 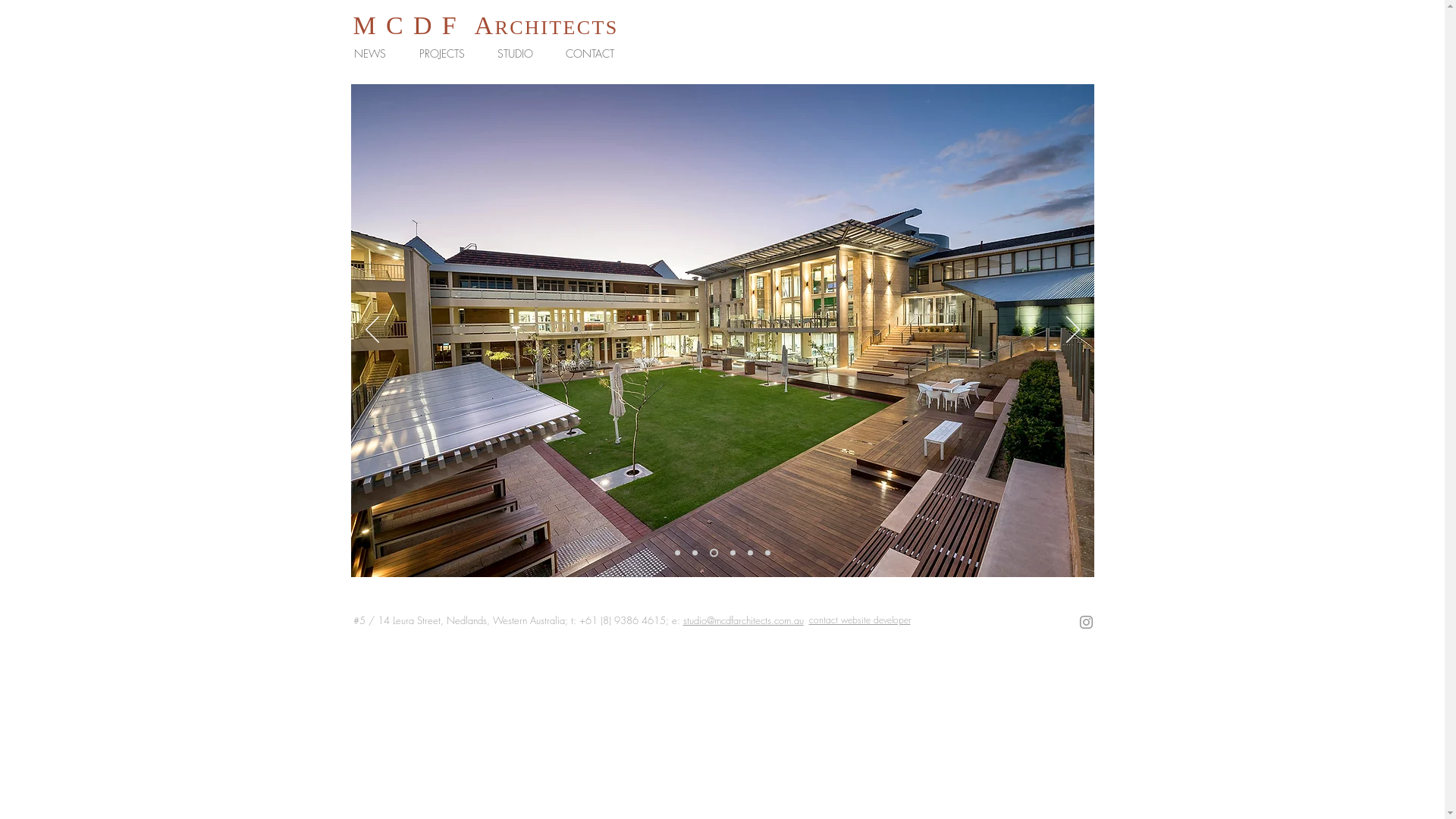 What do you see at coordinates (407, 52) in the screenshot?
I see `'PROJECTS'` at bounding box center [407, 52].